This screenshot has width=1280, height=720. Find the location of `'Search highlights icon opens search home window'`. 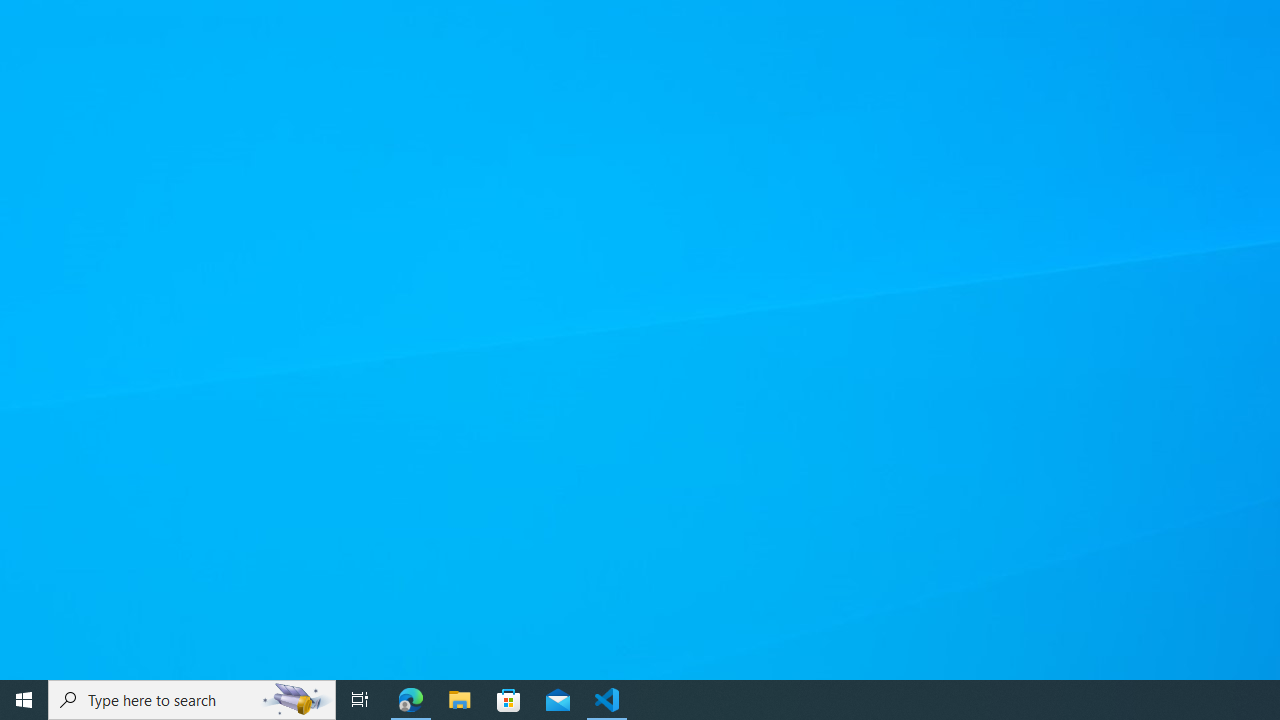

'Search highlights icon opens search home window' is located at coordinates (294, 698).